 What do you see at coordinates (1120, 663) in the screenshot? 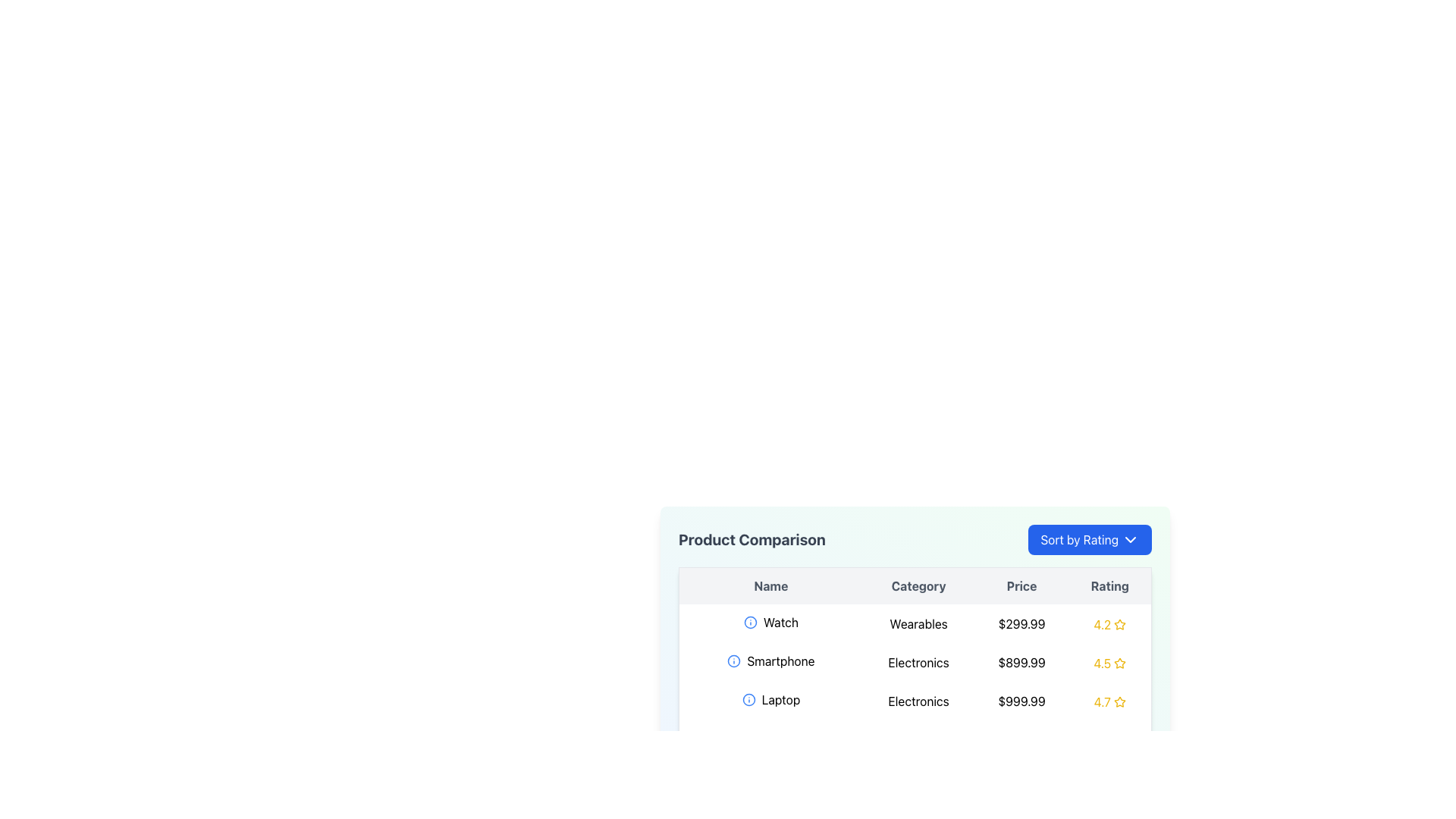
I see `the yellow star icon located next to the '4.5' rating in the 'Rating' column of the second row in the product comparison table for interaction` at bounding box center [1120, 663].